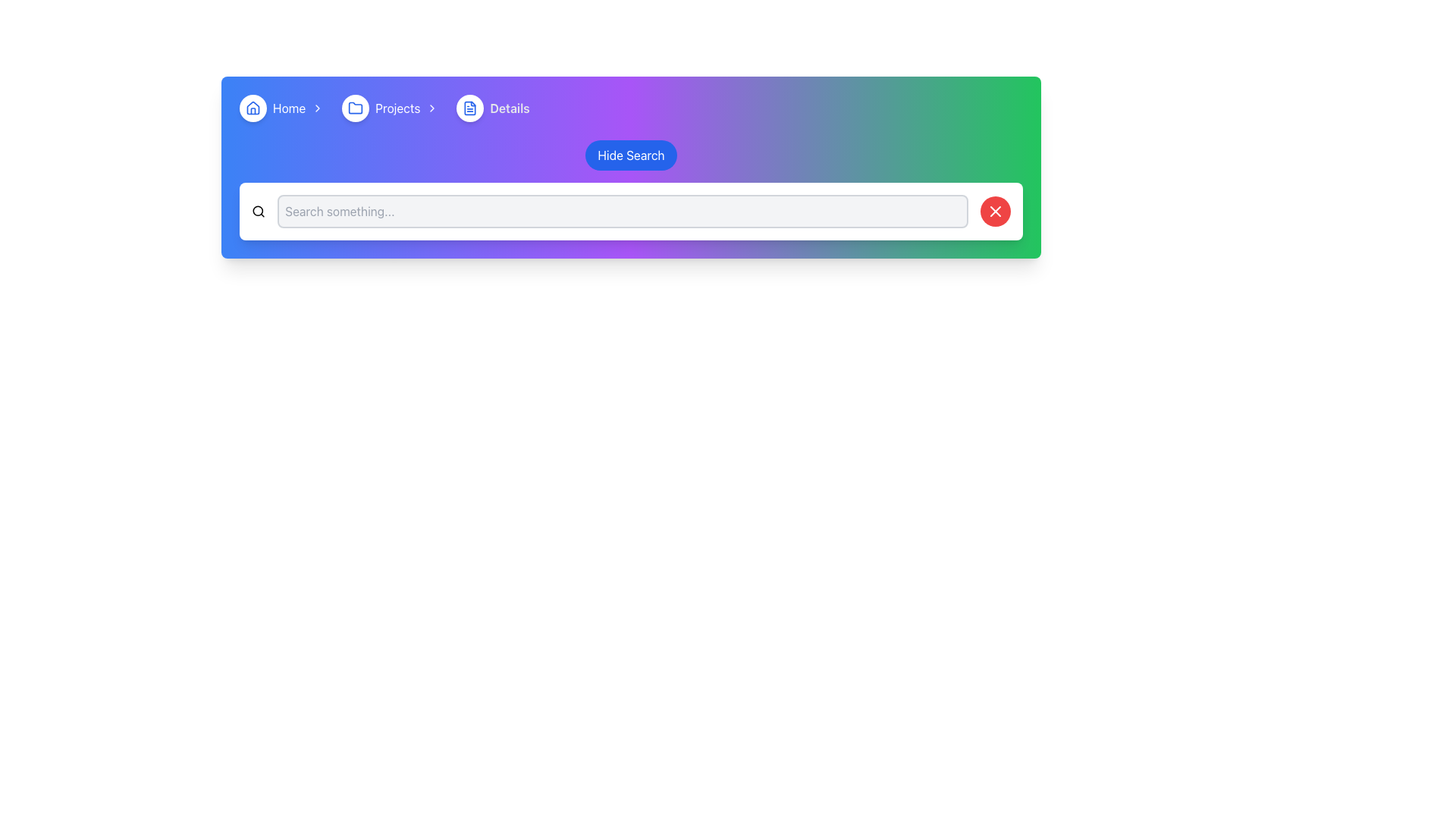  I want to click on the 'Home' navigation link component, which is styled in white on a blue gradient background and located on the leftmost side of the navigation bar, so click(284, 107).